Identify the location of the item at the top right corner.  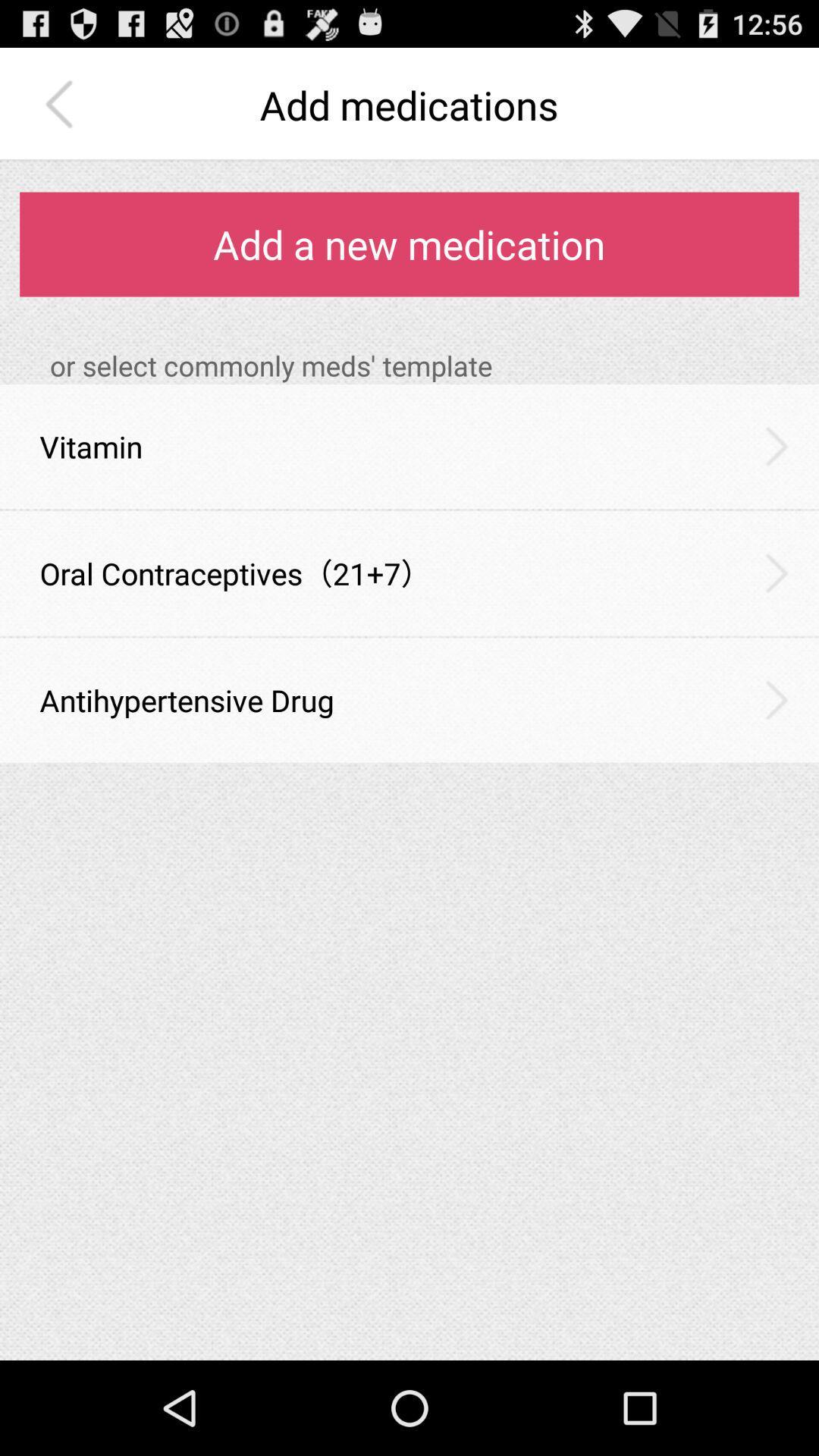
(777, 445).